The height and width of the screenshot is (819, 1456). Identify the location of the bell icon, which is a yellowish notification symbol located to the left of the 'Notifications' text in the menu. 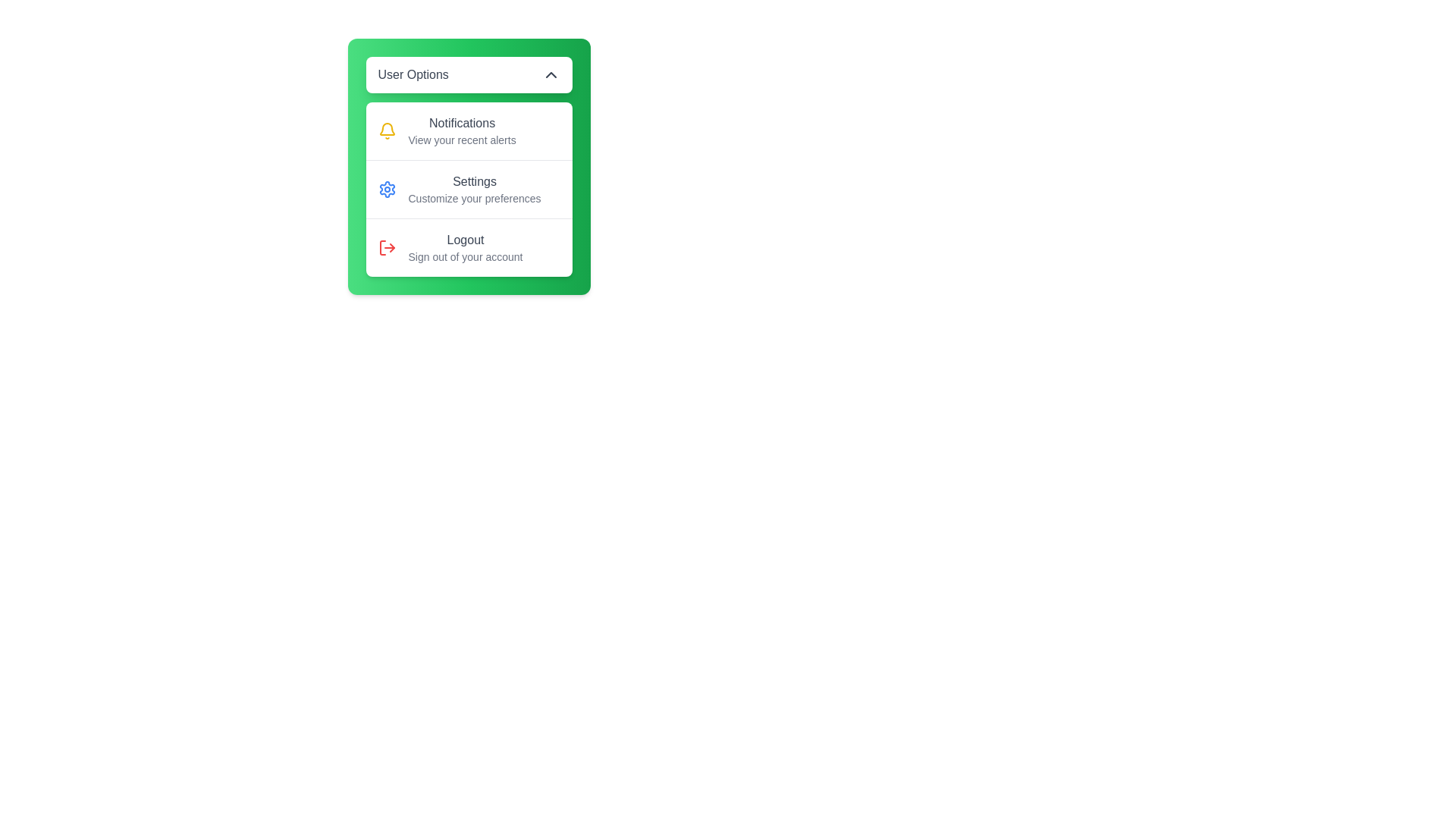
(387, 130).